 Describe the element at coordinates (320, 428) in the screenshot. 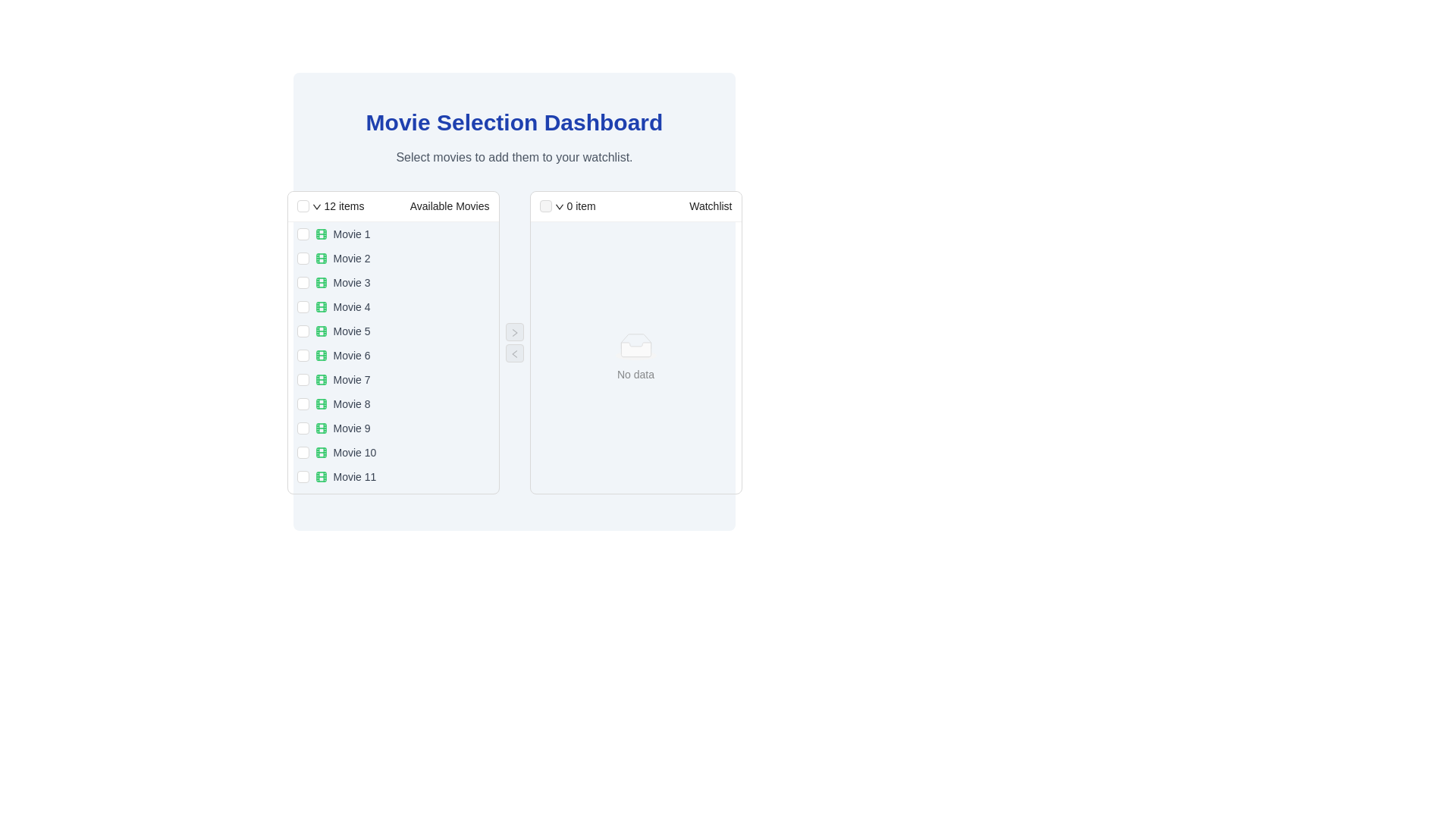

I see `the movie category icon for 'Movie 9', which is the first icon in the row containing the text label 'Movie 9' and is adjacent to the checkbox` at that location.